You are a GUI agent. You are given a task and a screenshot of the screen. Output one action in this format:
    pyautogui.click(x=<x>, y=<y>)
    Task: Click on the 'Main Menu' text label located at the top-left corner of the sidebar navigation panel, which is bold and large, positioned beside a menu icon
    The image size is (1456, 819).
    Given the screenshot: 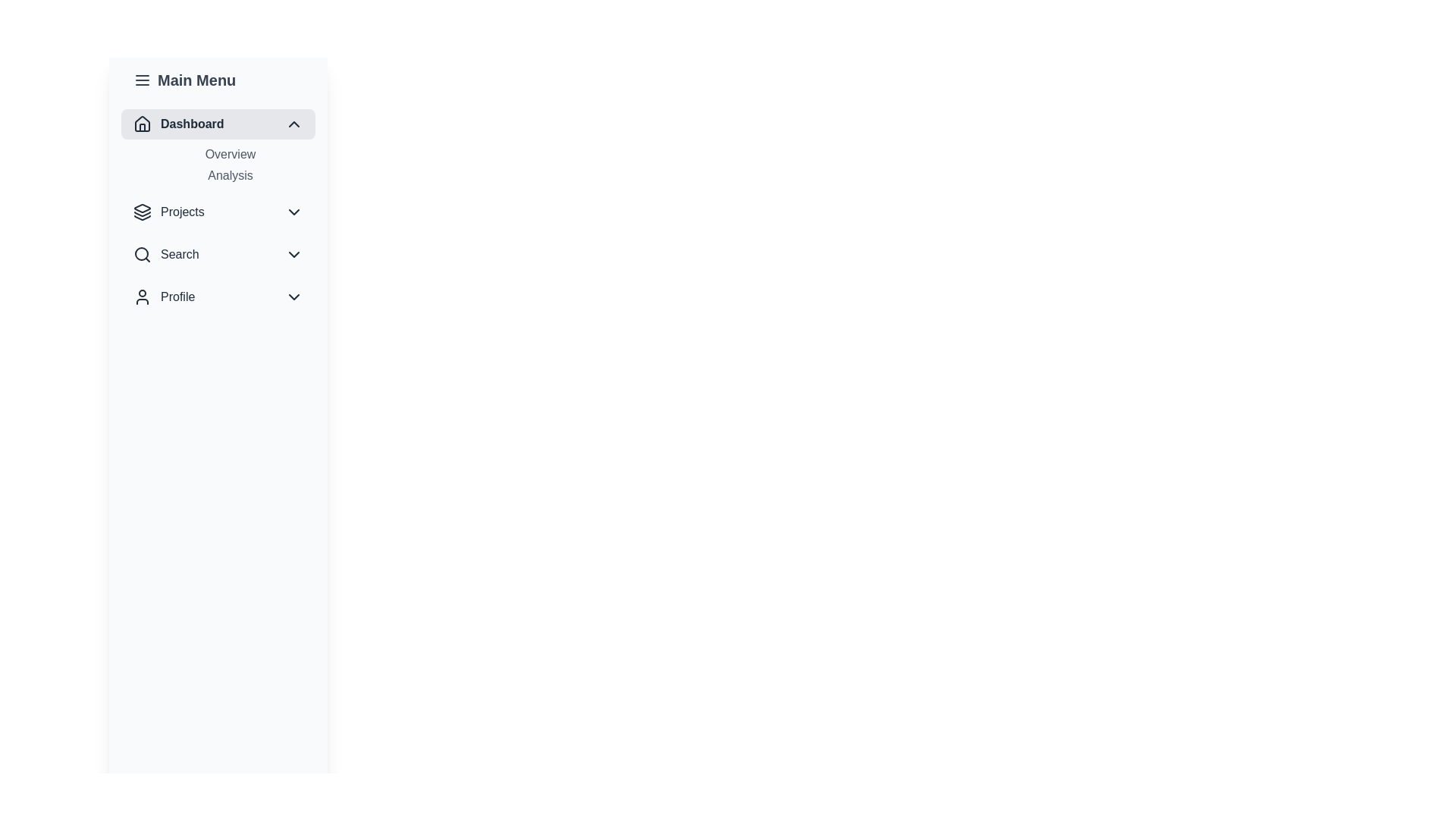 What is the action you would take?
    pyautogui.click(x=218, y=80)
    